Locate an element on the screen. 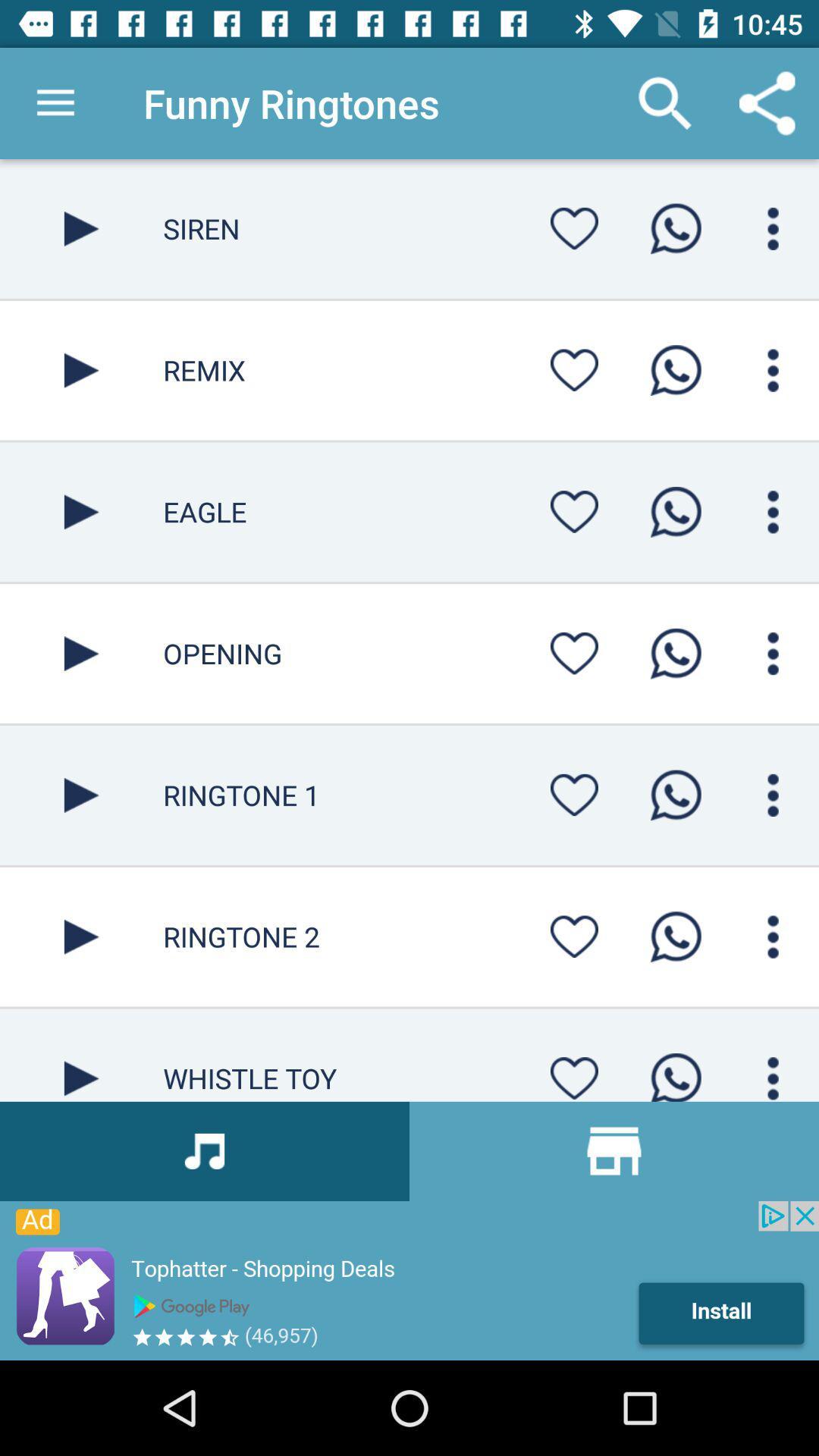 Image resolution: width=819 pixels, height=1456 pixels. advertisement area is located at coordinates (409, 1280).